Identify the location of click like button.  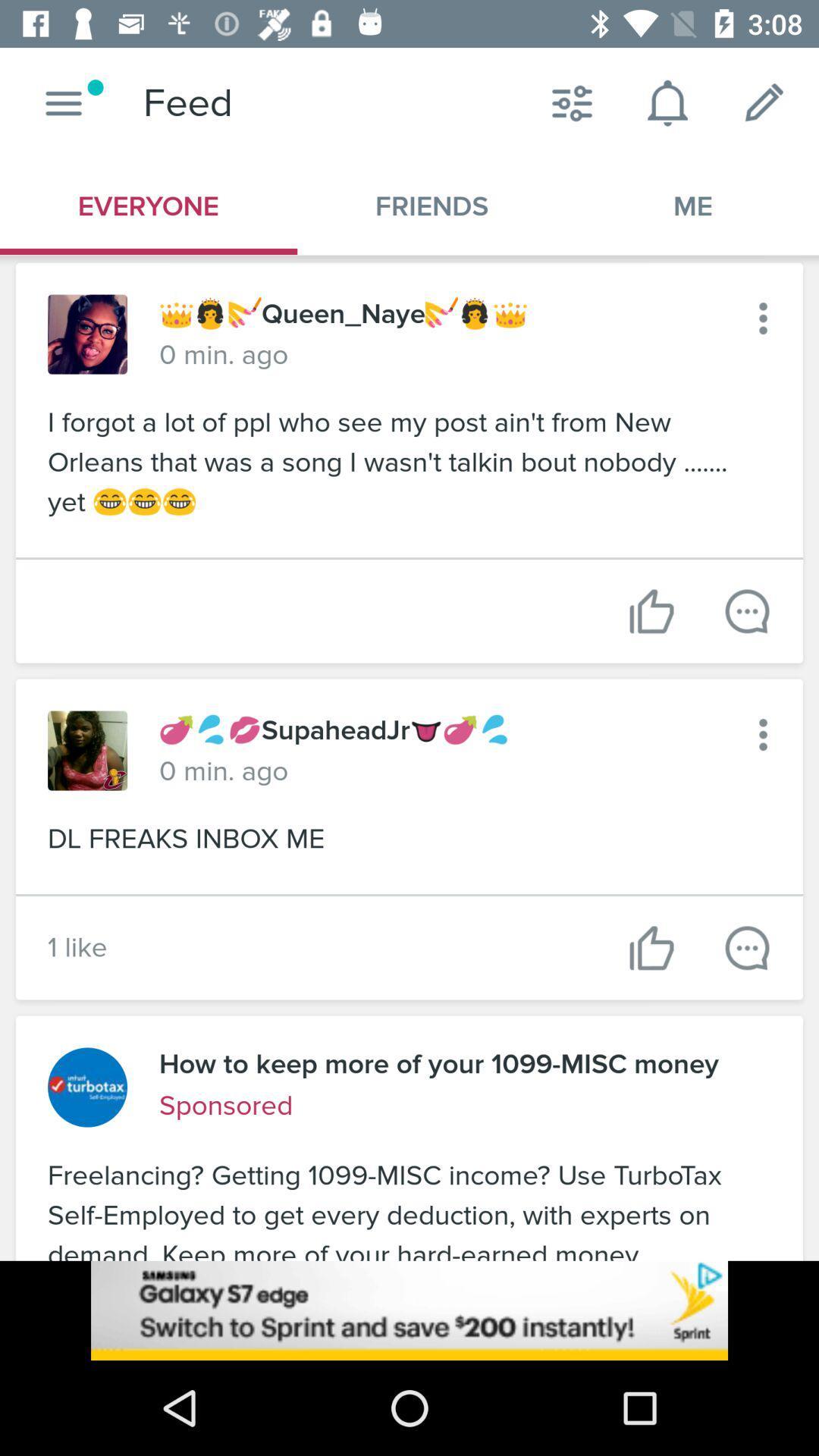
(746, 947).